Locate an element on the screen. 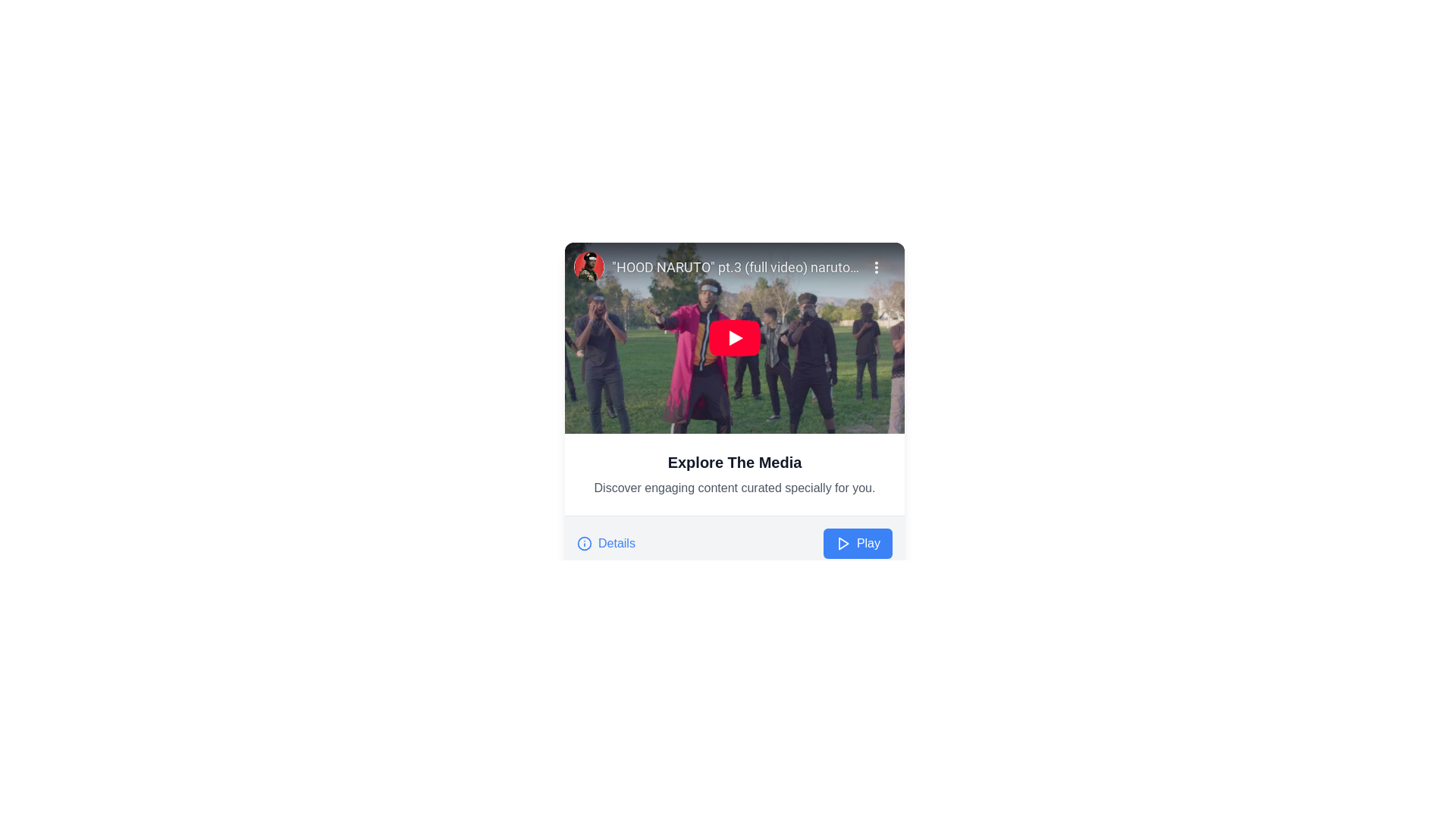 This screenshot has height=819, width=1456. the circular information icon with a blue outline and white background located to the left of the text 'Details' is located at coordinates (584, 543).